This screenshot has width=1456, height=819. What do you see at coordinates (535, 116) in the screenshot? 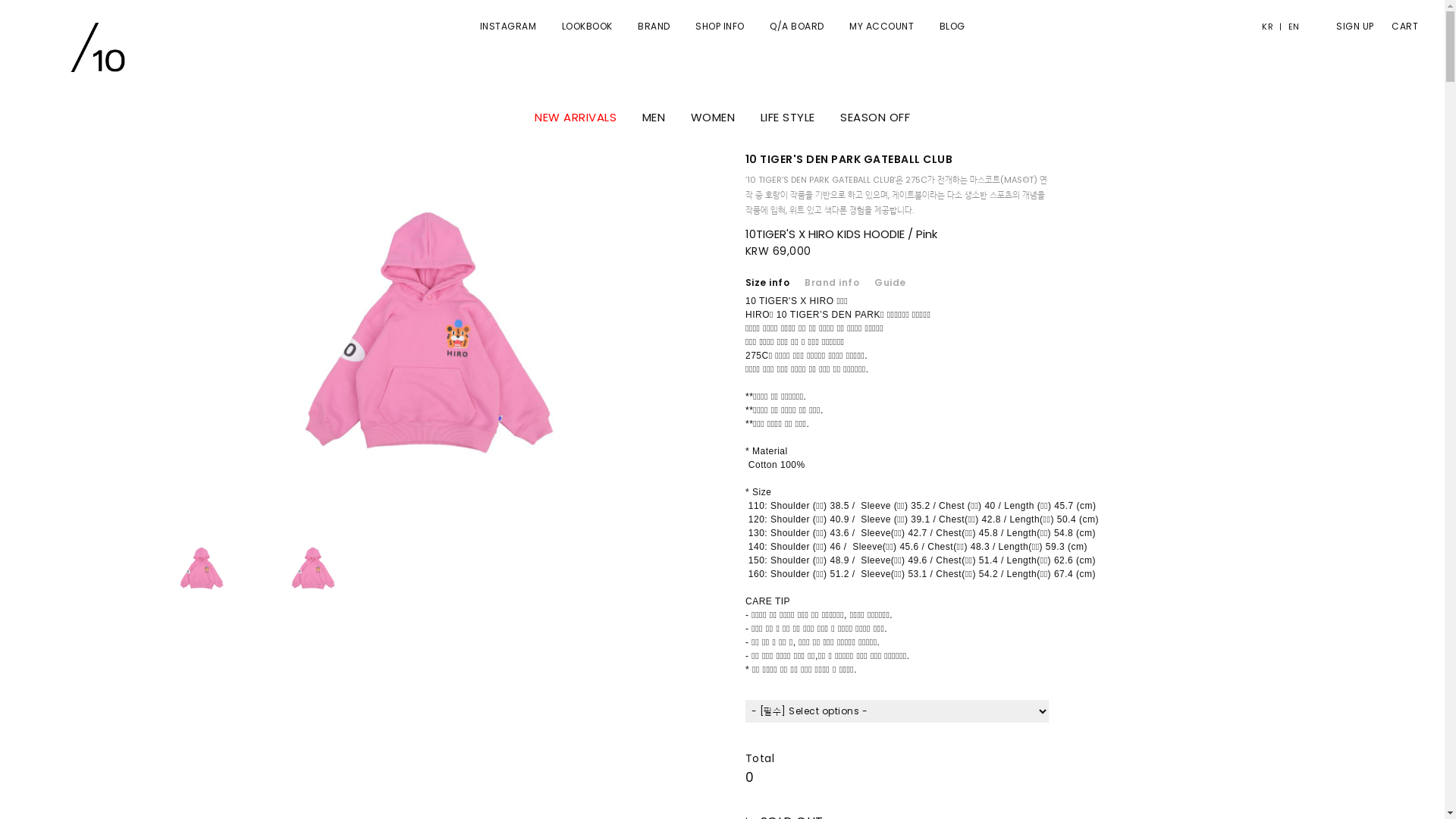
I see `'NEW ARRIVALS'` at bounding box center [535, 116].